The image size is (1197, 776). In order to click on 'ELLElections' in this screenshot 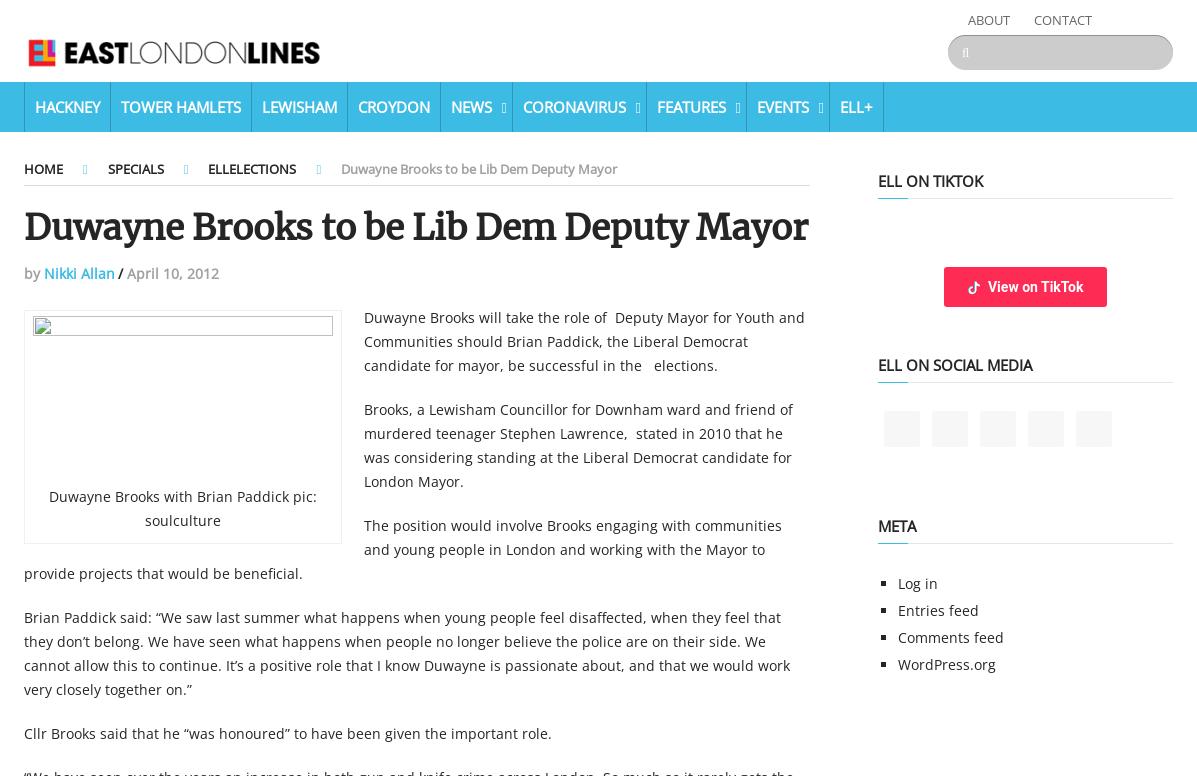, I will do `click(251, 168)`.